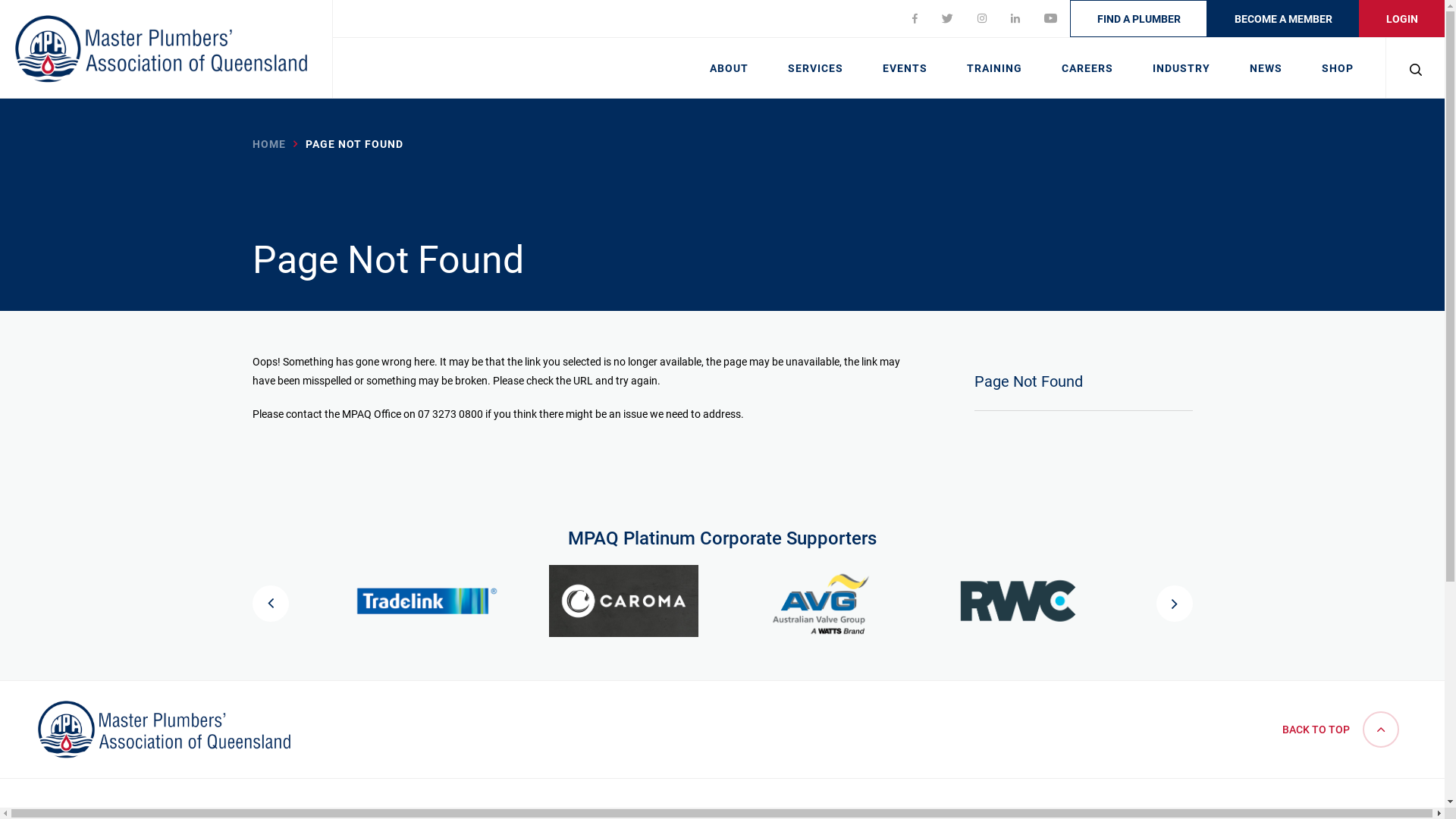  Describe the element at coordinates (1018, 600) in the screenshot. I see `'RWC - Platinum Corporate Supporter'` at that location.